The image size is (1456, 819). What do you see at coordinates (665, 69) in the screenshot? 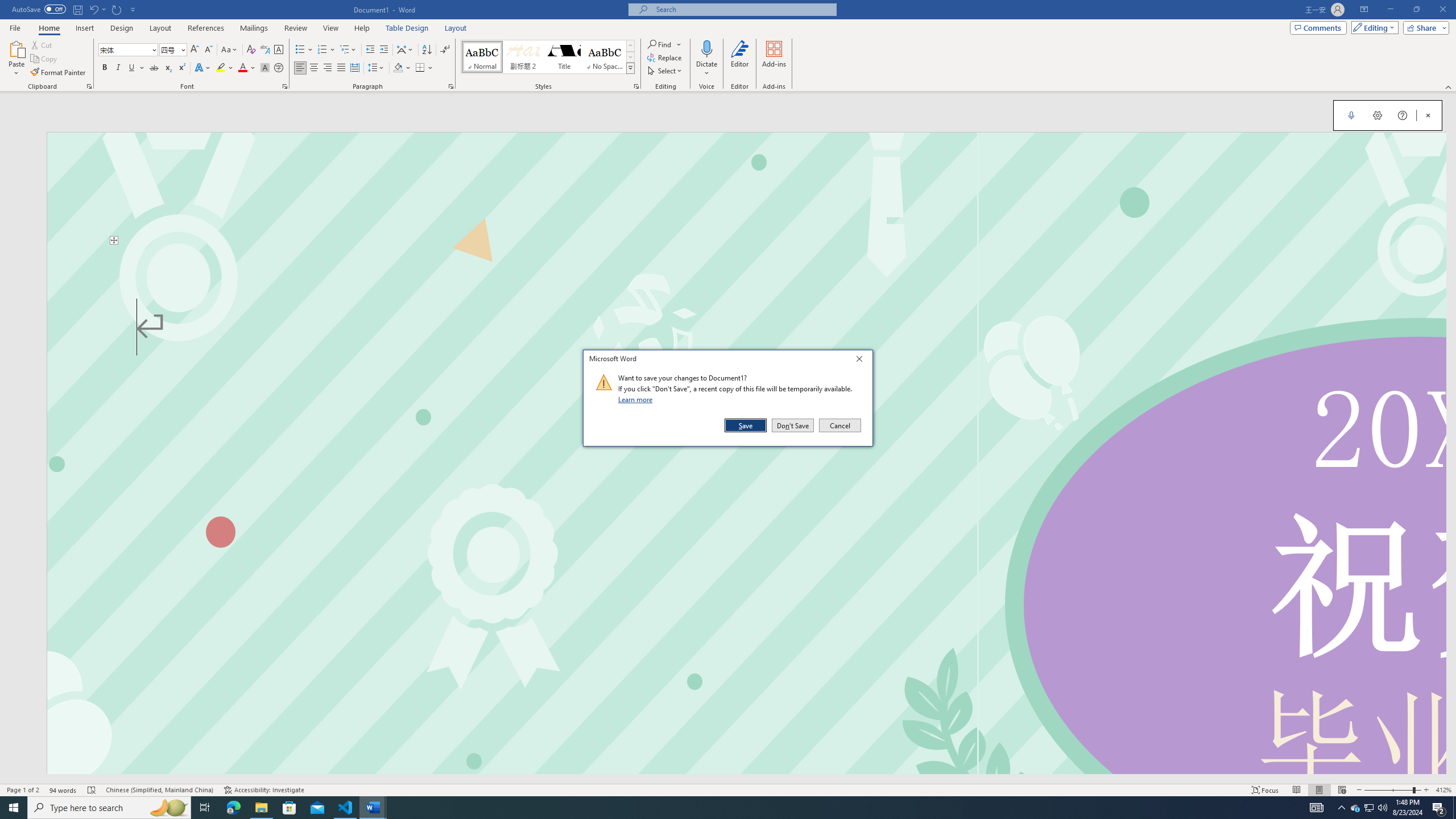
I see `'Select'` at bounding box center [665, 69].